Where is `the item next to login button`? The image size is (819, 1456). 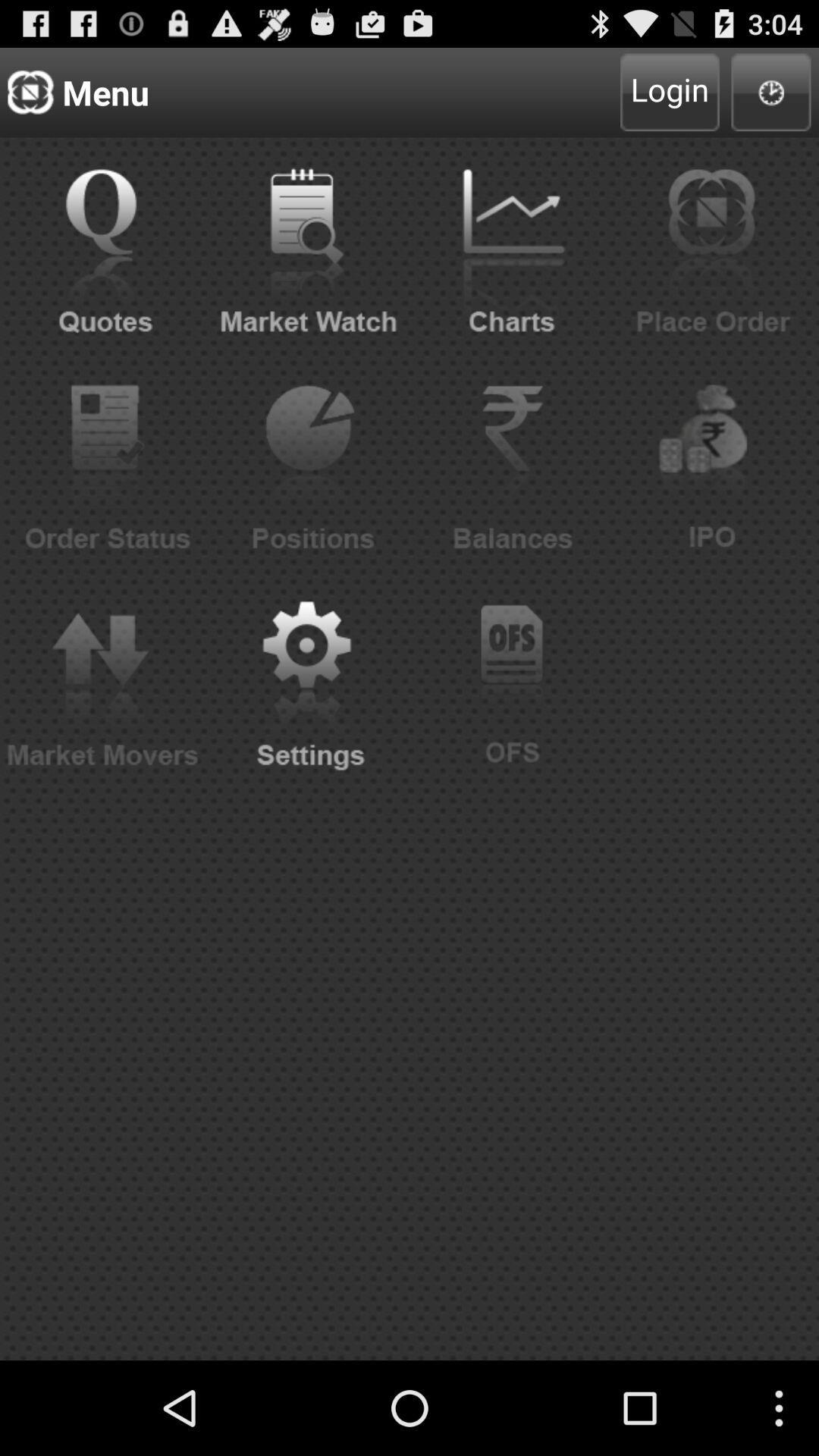
the item next to login button is located at coordinates (771, 91).